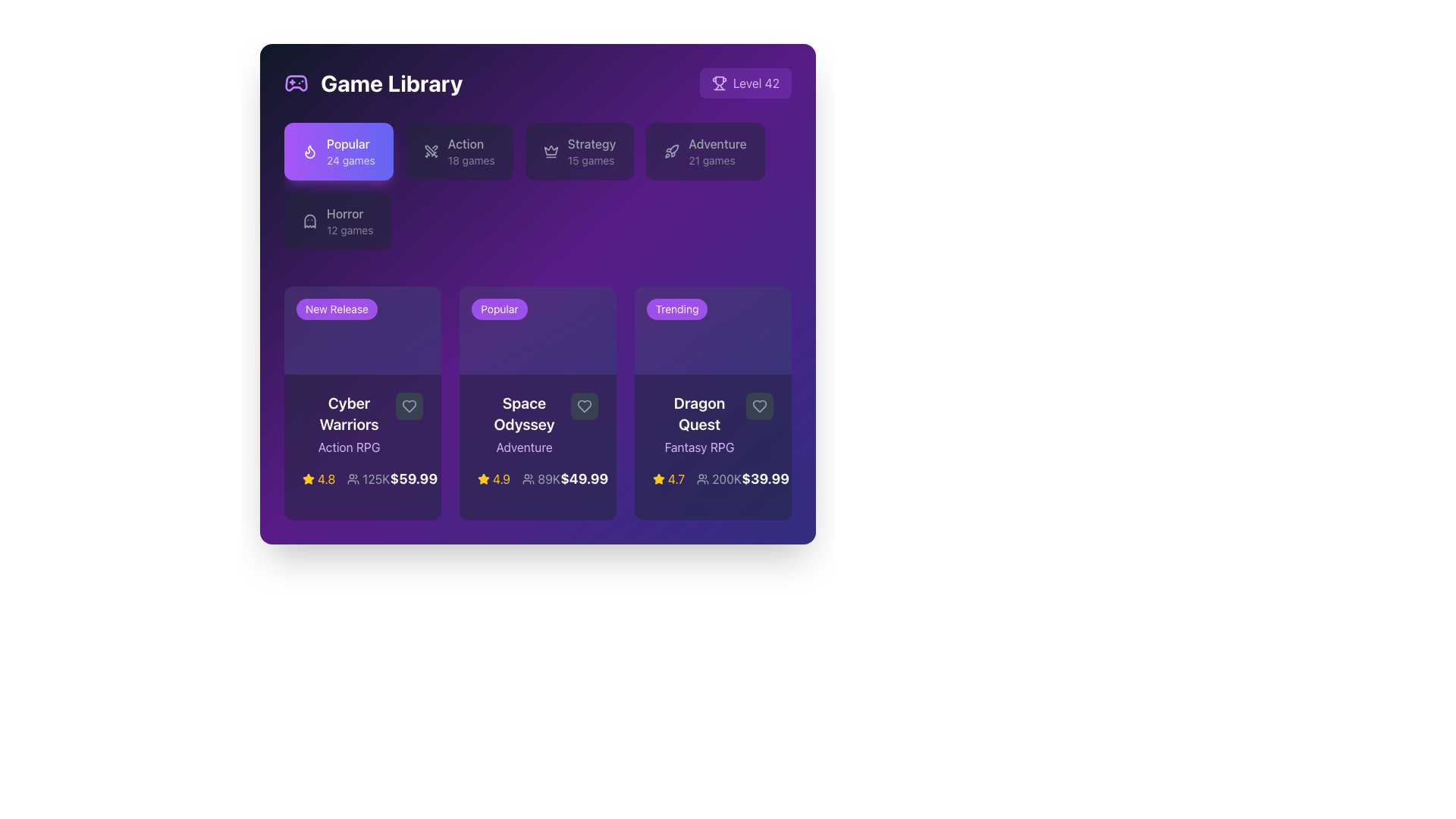 This screenshot has width=1456, height=819. I want to click on the rocket-shaped outline icon labeled 'Adventure' located in the top section of the menu interface, so click(671, 152).